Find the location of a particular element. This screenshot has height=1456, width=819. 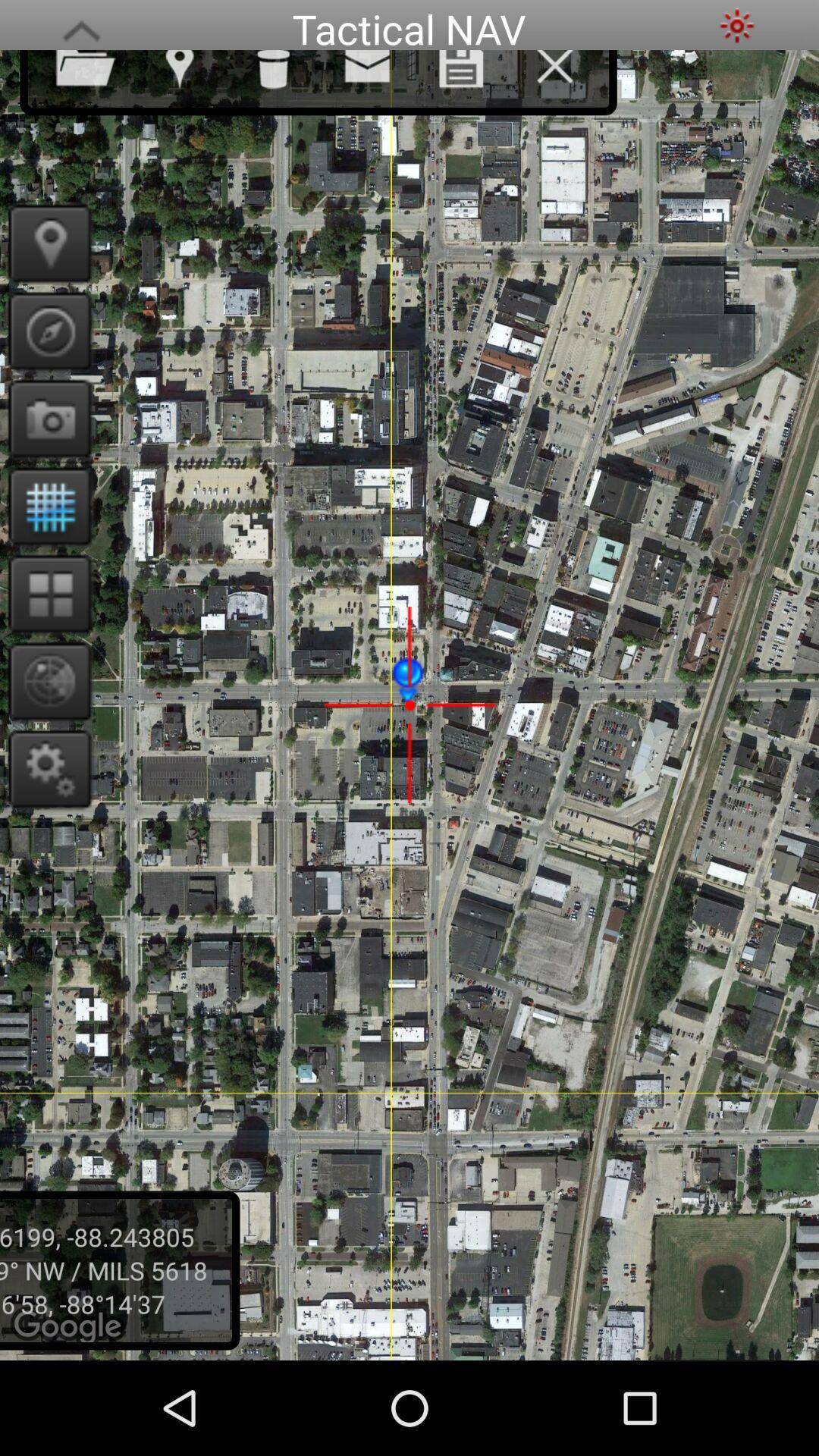

place mark on map is located at coordinates (44, 243).